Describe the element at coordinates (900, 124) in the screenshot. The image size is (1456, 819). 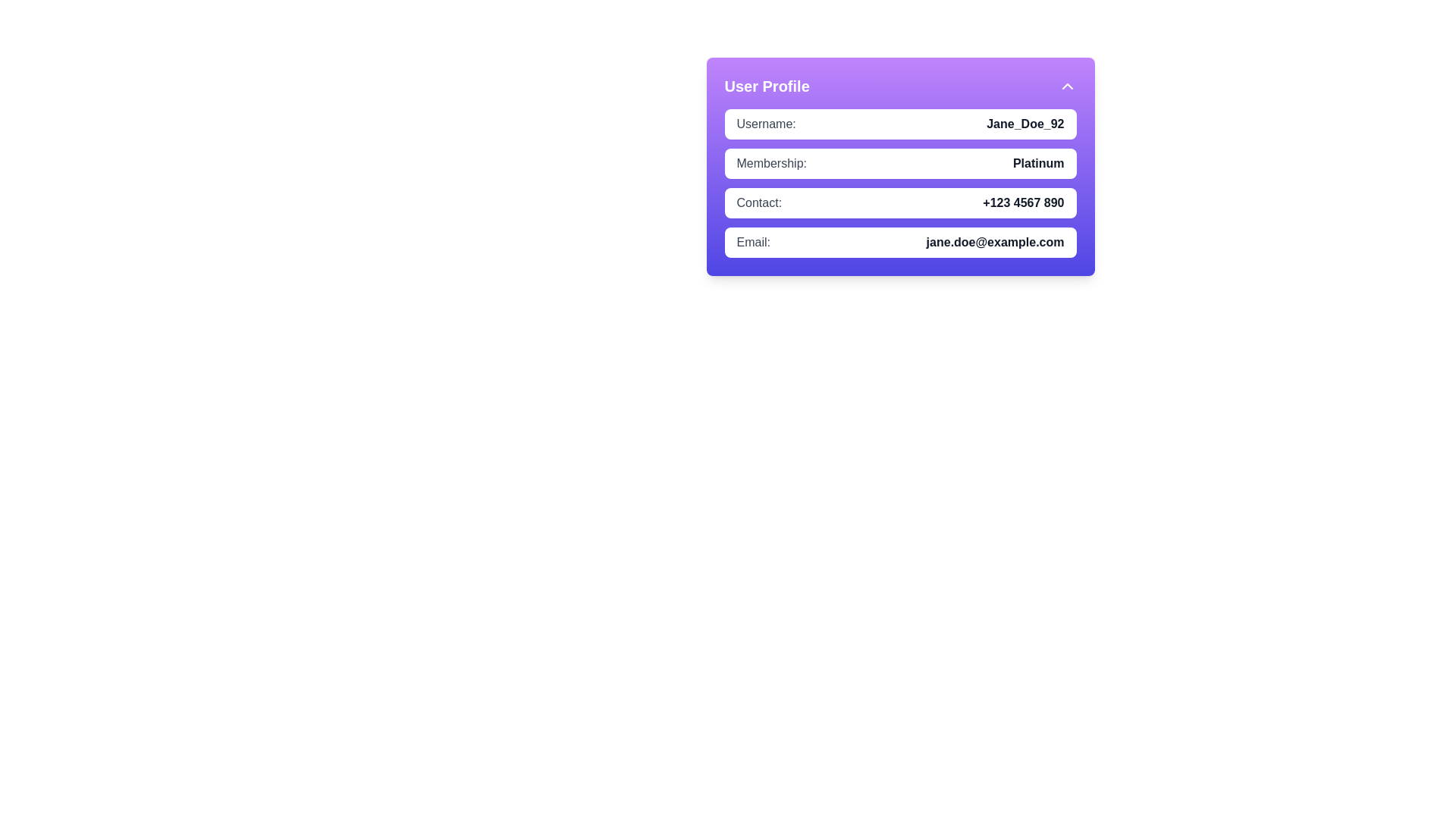
I see `the Information display block that shows the username information, positioned at the top of the User Profile card, directly above the Membership section` at that location.